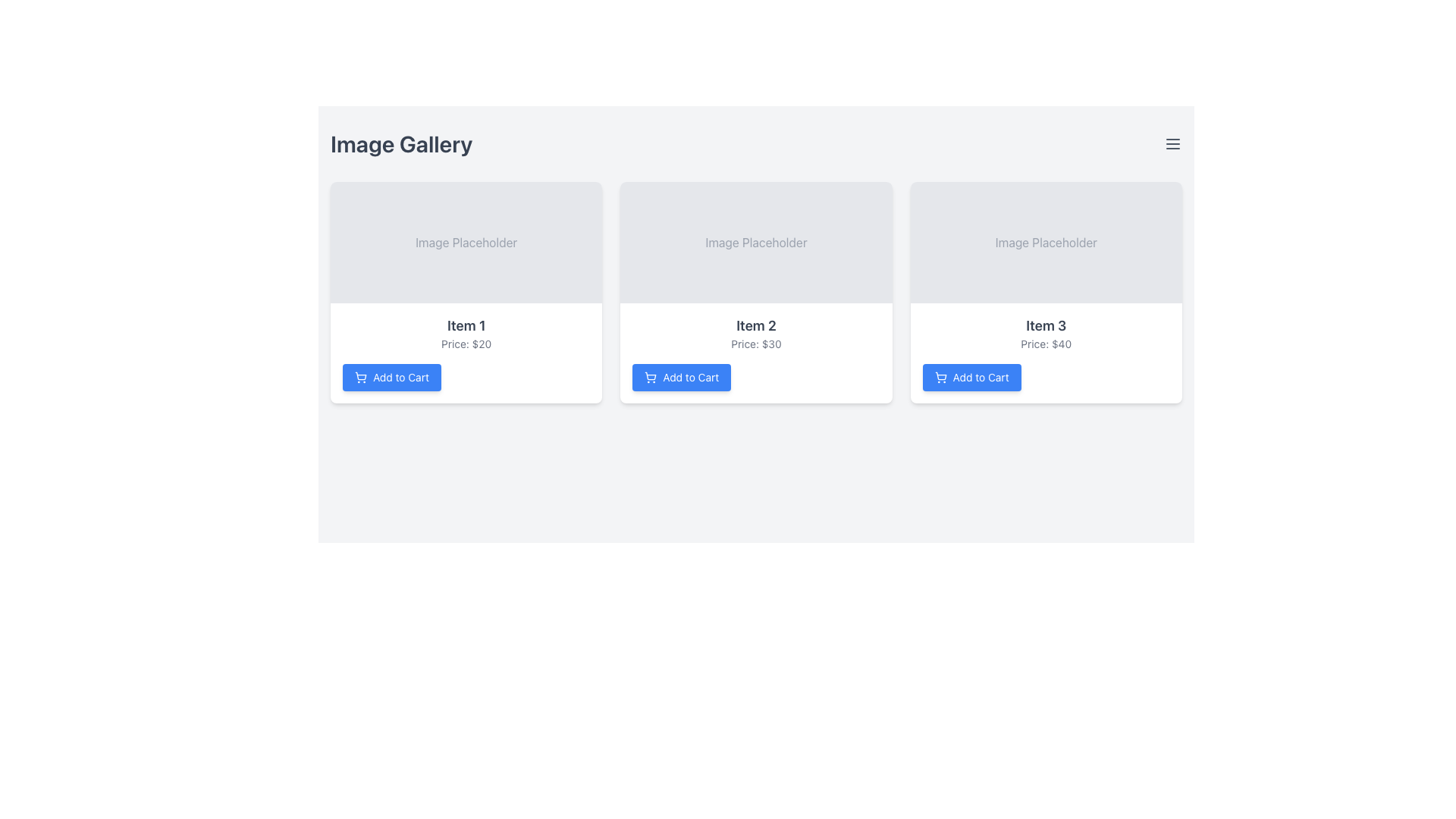  What do you see at coordinates (651, 376) in the screenshot?
I see `the shopping cart icon located inside the 'Add to Cart' button beneath the 'Item 2' title` at bounding box center [651, 376].